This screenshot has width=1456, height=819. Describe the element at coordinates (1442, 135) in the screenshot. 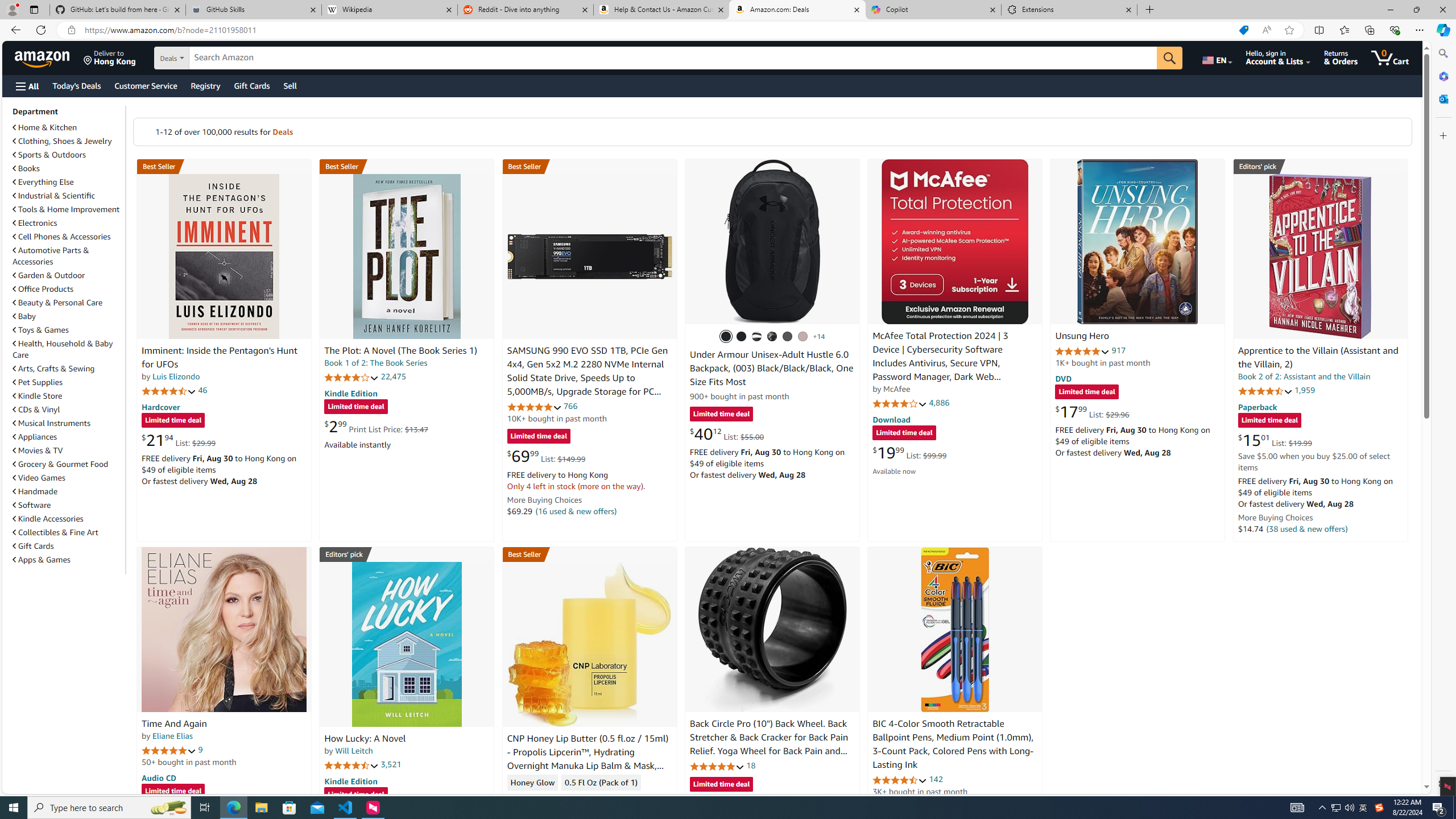

I see `'Customize'` at that location.